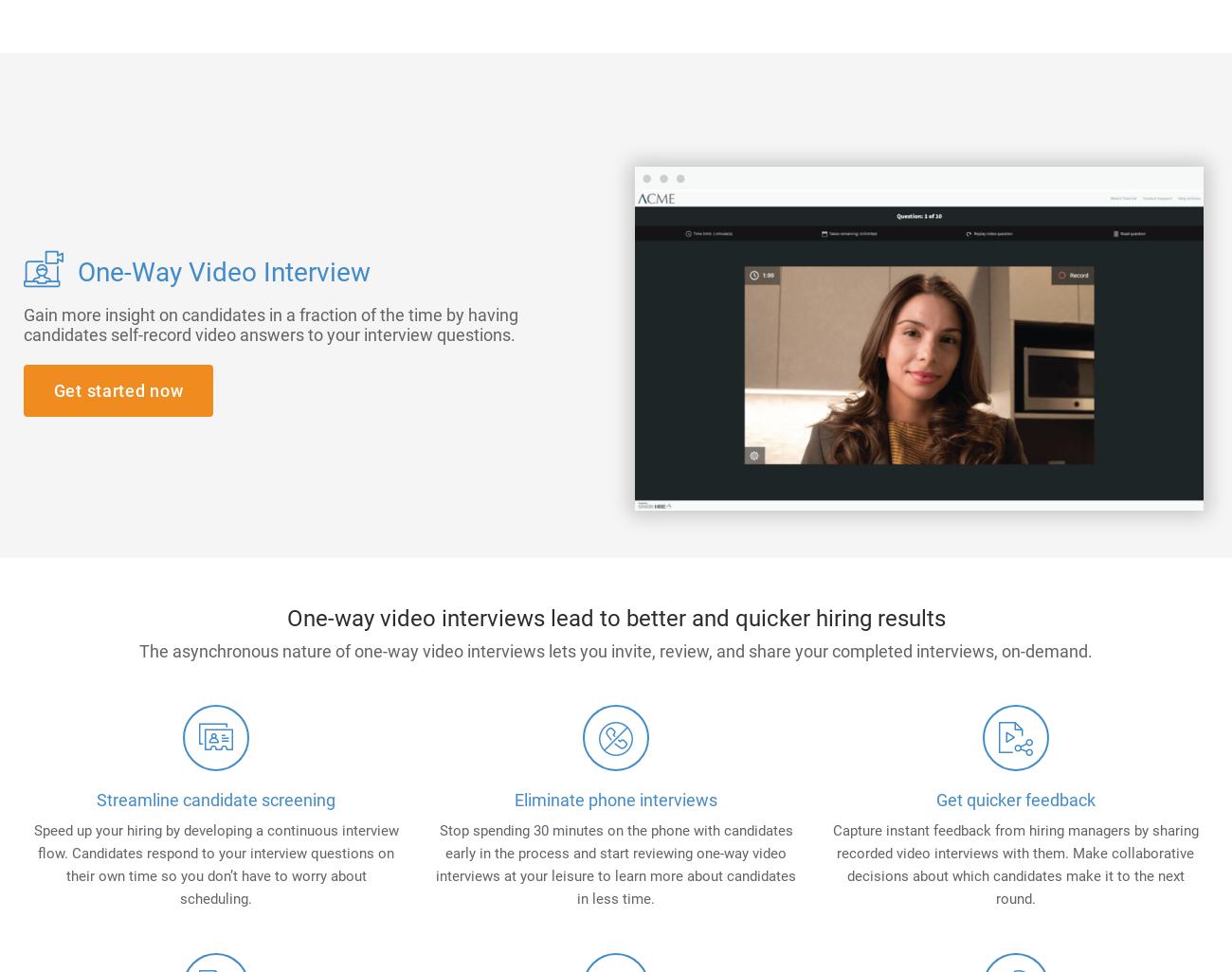 This screenshot has width=1232, height=972. I want to click on 'View ATS integrations', so click(663, 255).